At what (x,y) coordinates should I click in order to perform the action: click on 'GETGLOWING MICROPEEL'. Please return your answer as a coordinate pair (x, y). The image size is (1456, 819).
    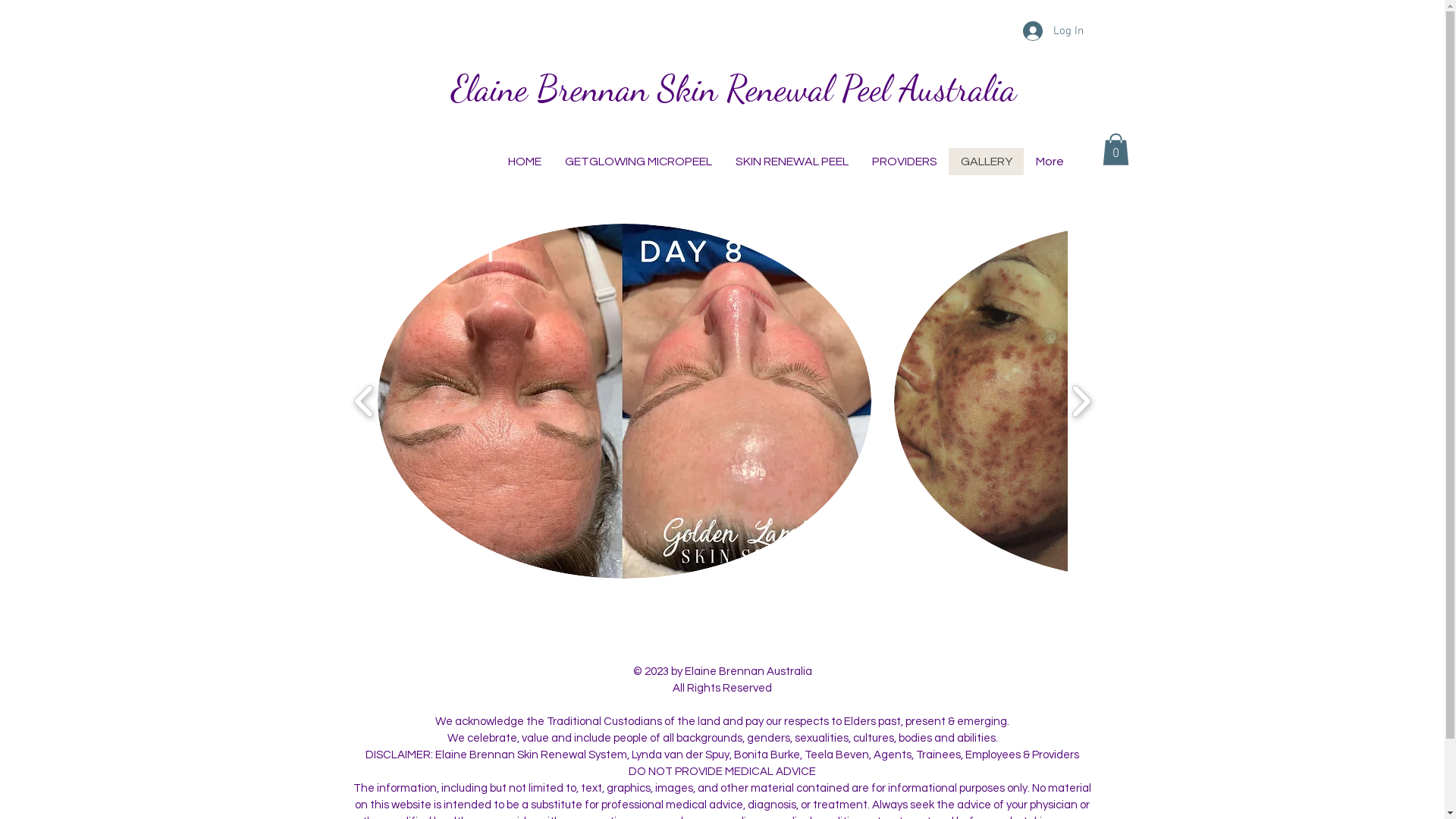
    Looking at the image, I should click on (551, 161).